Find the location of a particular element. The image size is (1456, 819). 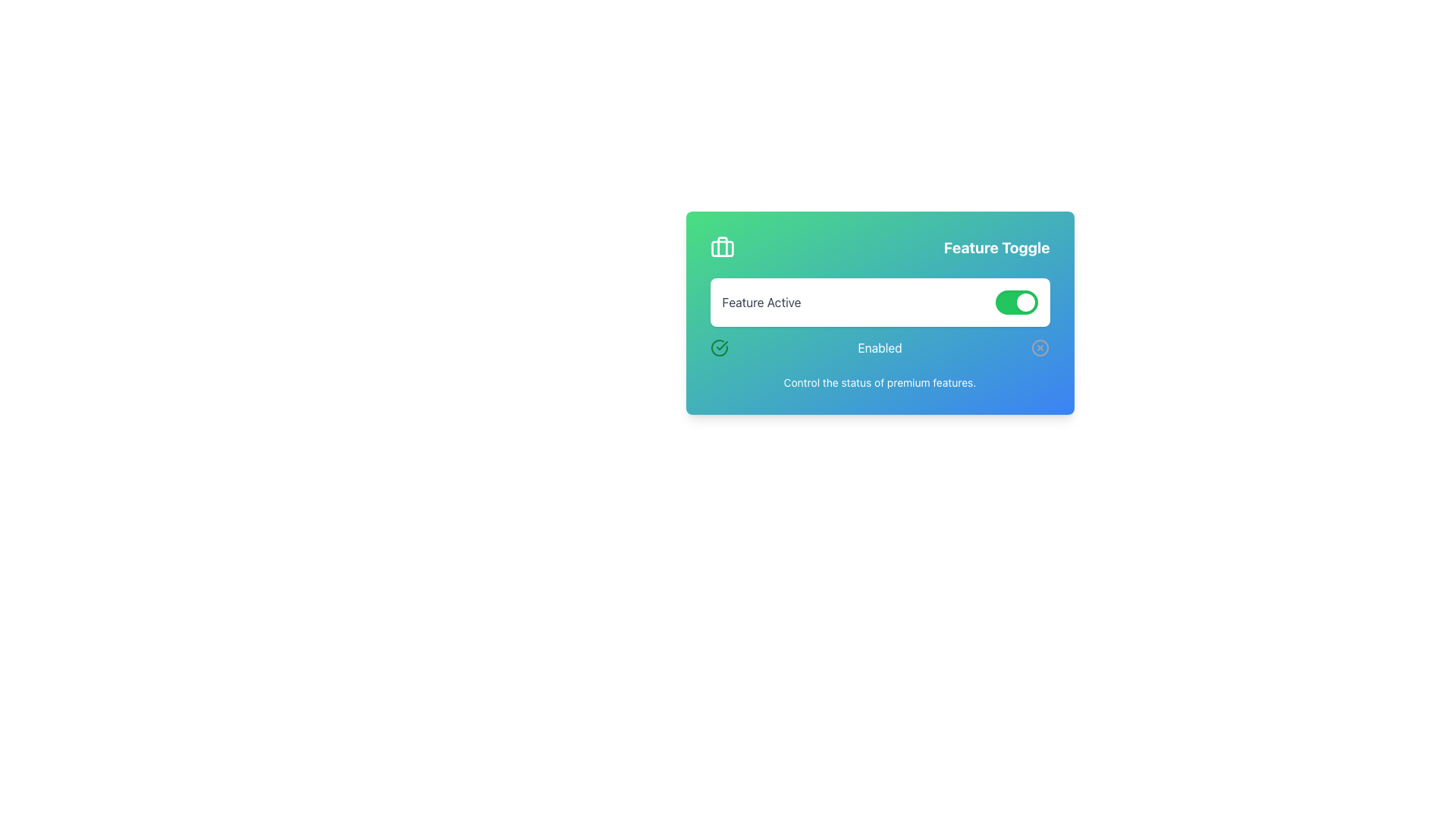

the static text label displaying 'Feature Toggle' in bold white font, located in the header section with a gradient green-blue background is located at coordinates (996, 247).